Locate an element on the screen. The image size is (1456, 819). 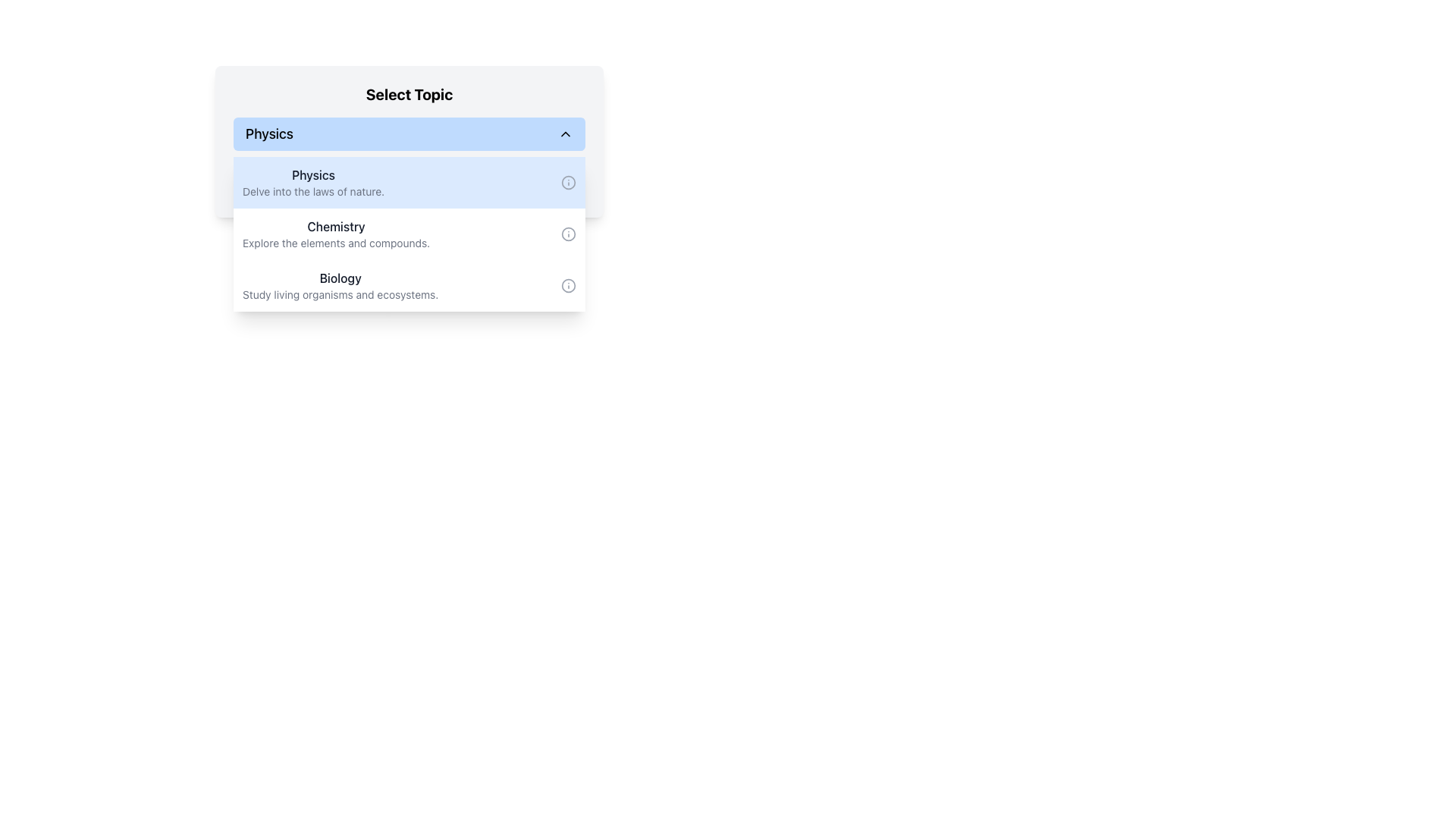
the text label displaying 'Chemistry', which is styled with a medium-weight font and a gray color, located centrally in the interface above 'Biology' and below 'Physics' is located at coordinates (335, 227).